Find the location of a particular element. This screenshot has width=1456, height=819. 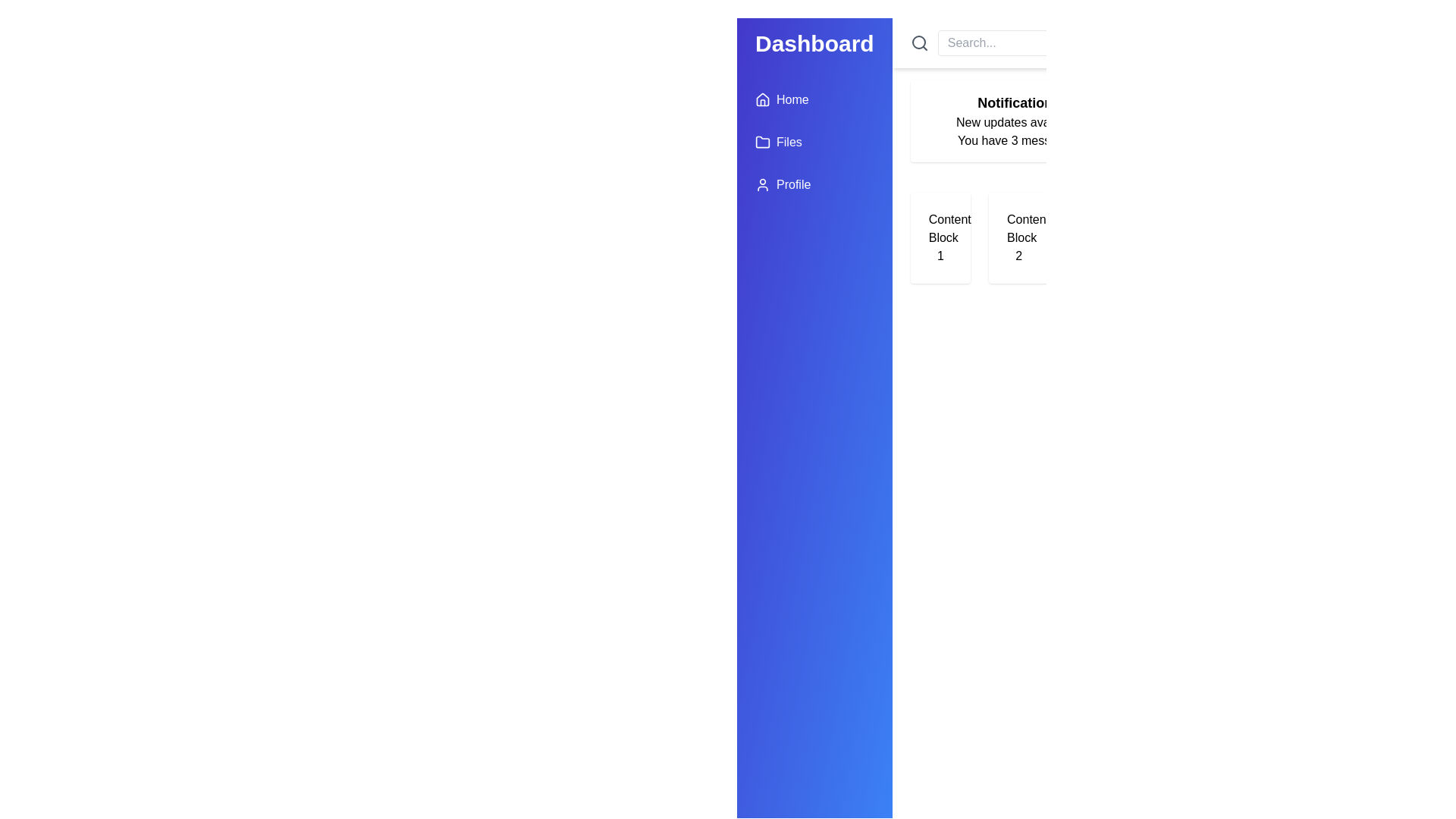

the folder icon located in the left sidebar, which is visually represented in white against a blue background is located at coordinates (763, 143).